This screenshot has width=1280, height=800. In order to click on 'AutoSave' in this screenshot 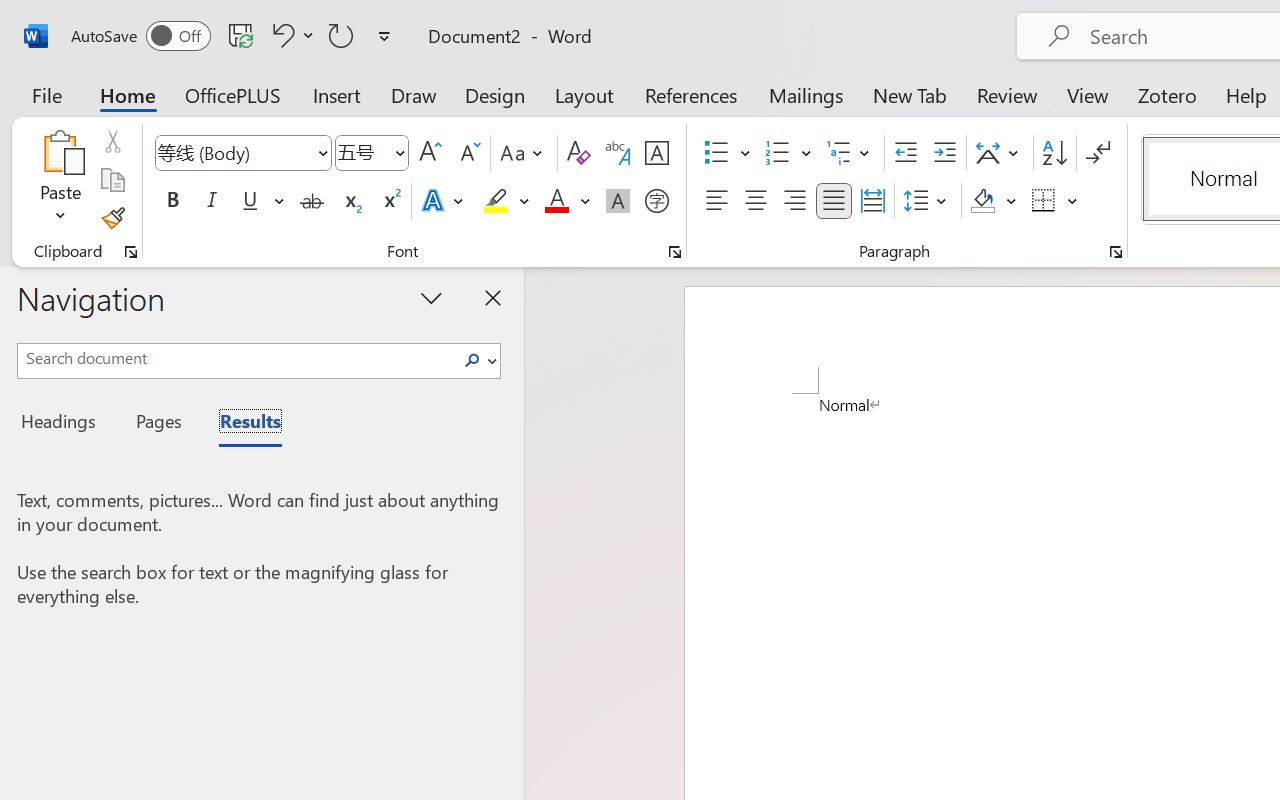, I will do `click(139, 35)`.